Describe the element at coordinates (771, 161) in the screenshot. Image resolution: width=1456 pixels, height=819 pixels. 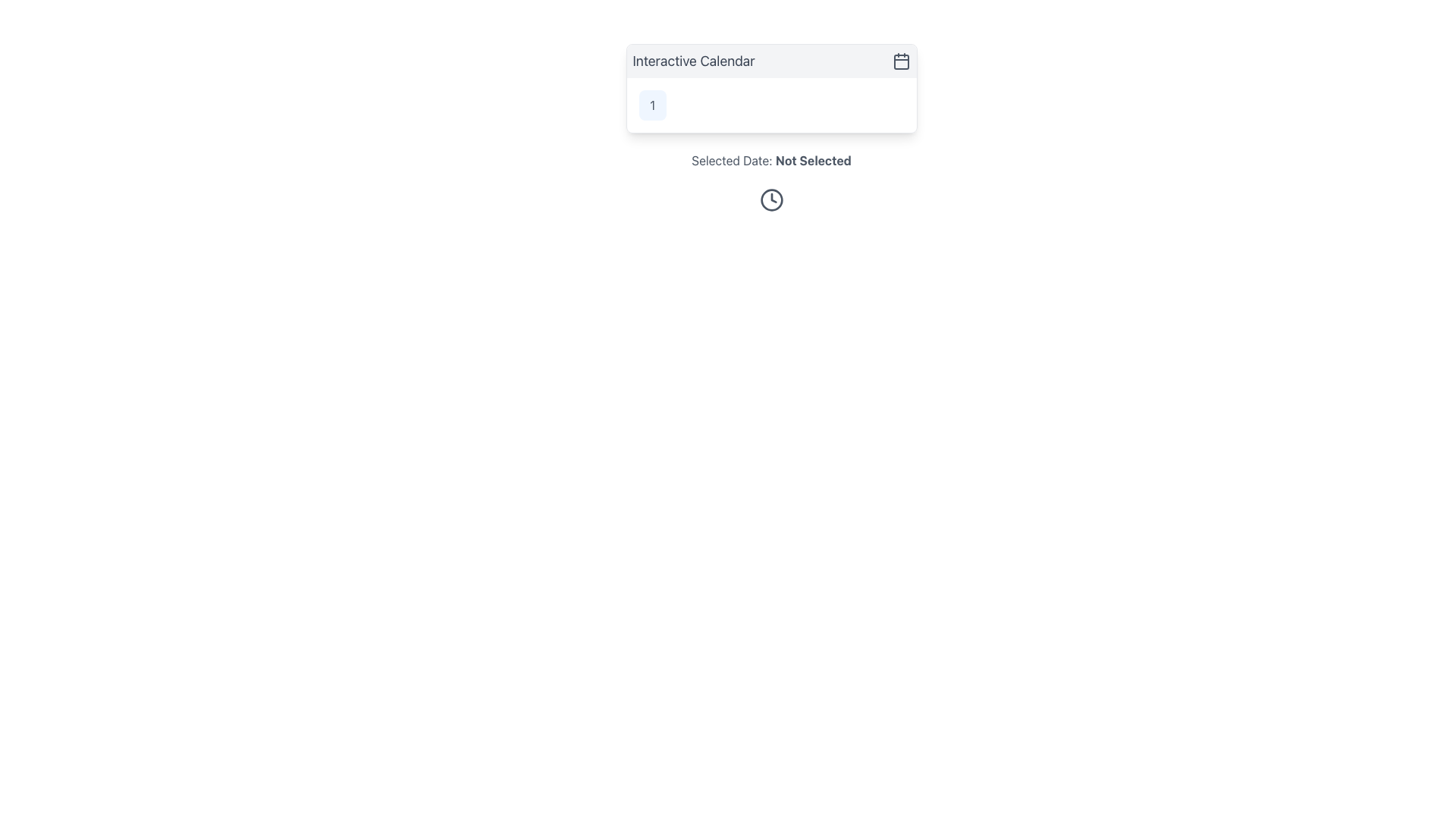
I see `the Text label that indicates no date has been chosen, located centrally in the horizontal axis at the bottom of the interactive calendar component` at that location.